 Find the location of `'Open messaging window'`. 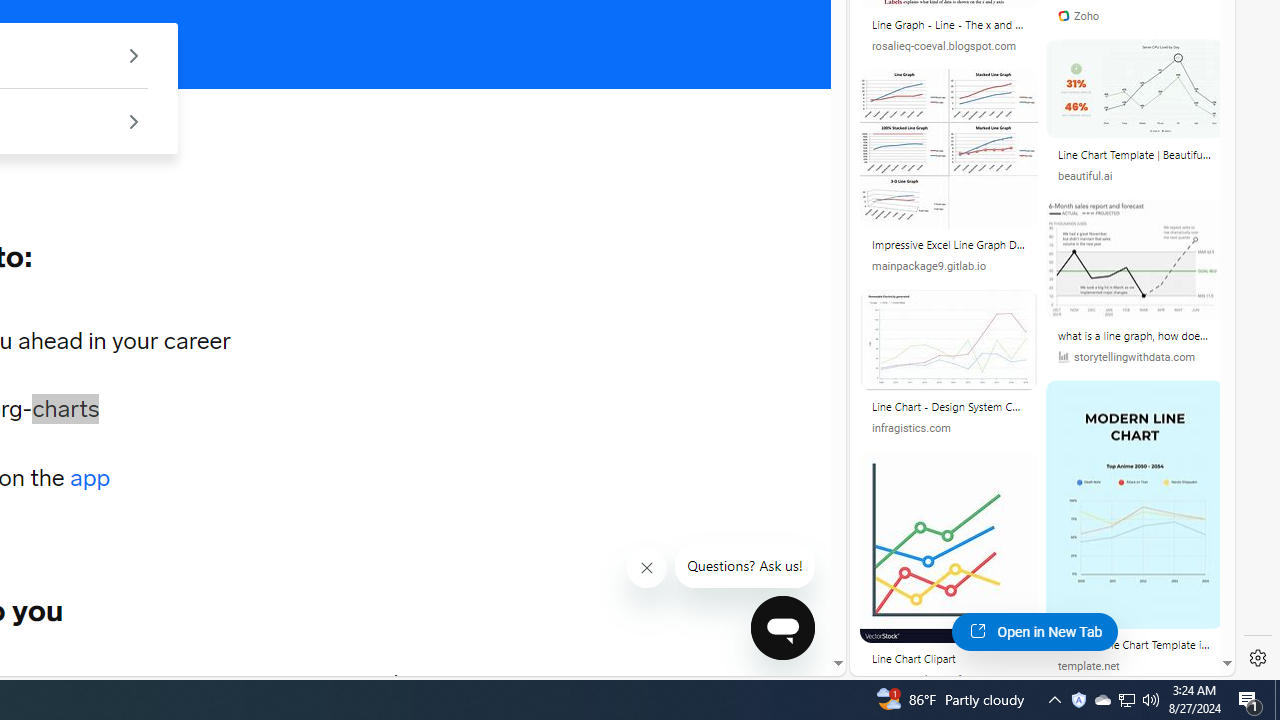

'Open messaging window' is located at coordinates (782, 627).